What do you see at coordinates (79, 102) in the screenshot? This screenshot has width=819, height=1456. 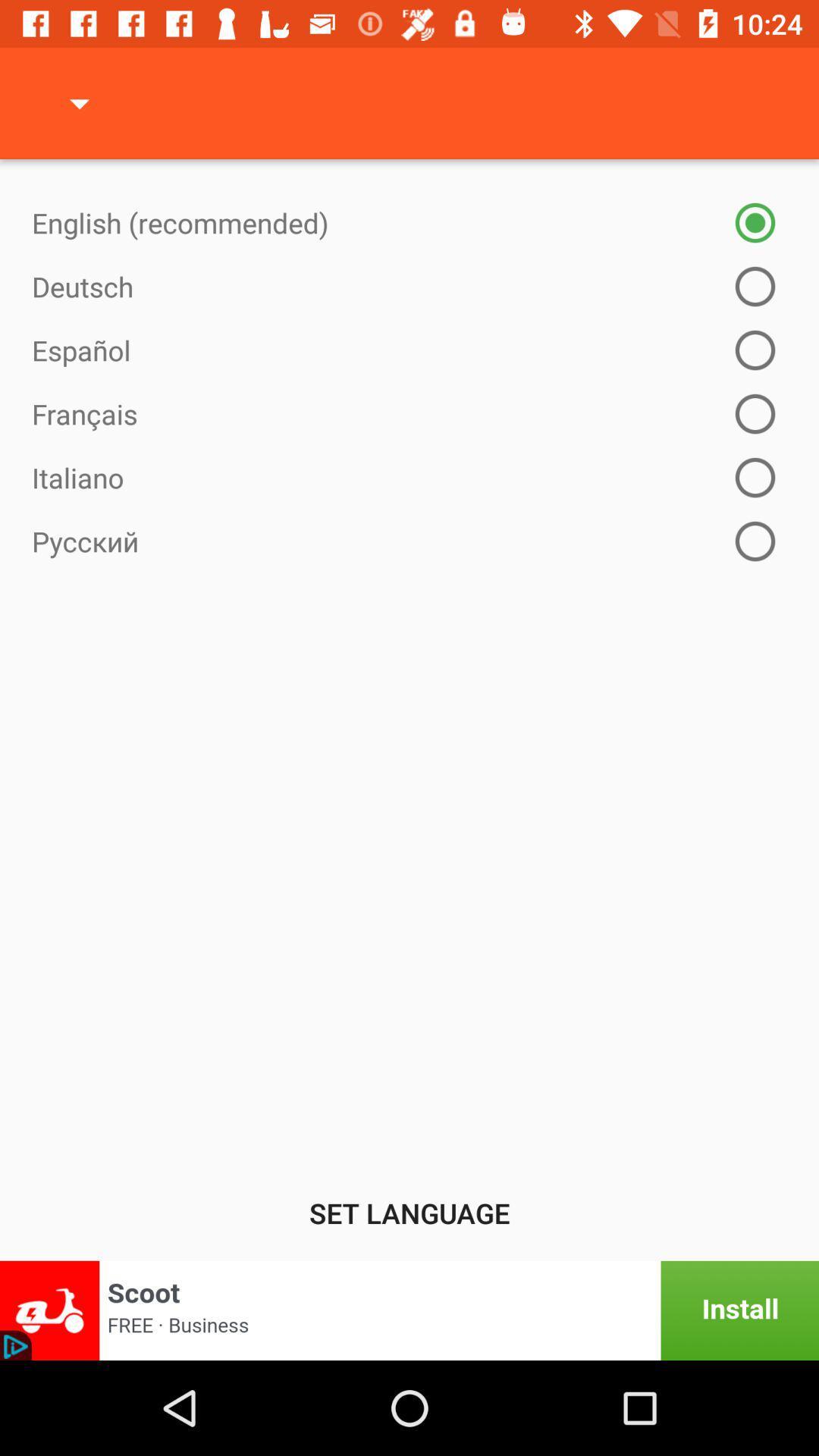 I see `item above english (recommended) item` at bounding box center [79, 102].